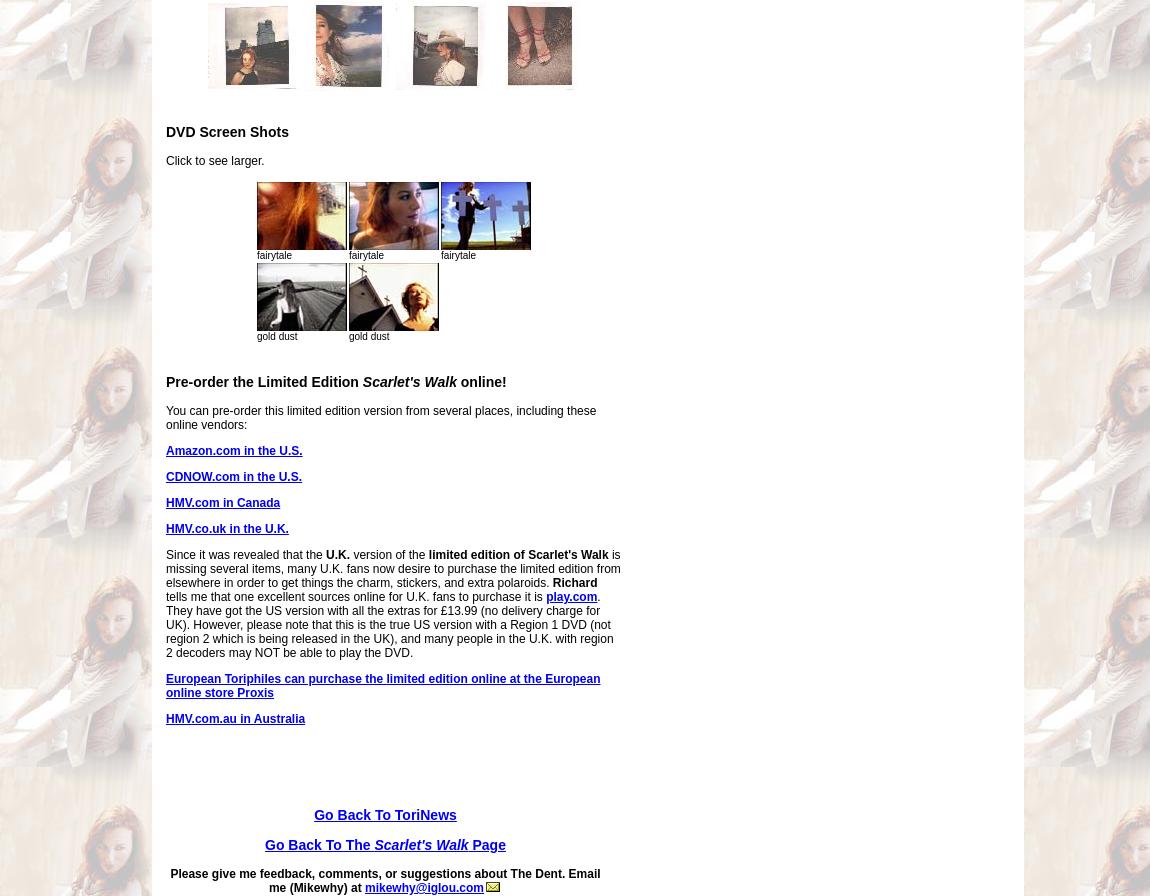 This screenshot has width=1150, height=896. Describe the element at coordinates (389, 624) in the screenshot. I see `'. They have got the US version with all the extras for £13.99 (no delivery charge for UK). However, please note that this is the true US version with a Region 1 DVD (not region 2 which is being released in the UK), and many people in the U.K. with region 2 decoders may NOT be able to play the DVD.'` at that location.